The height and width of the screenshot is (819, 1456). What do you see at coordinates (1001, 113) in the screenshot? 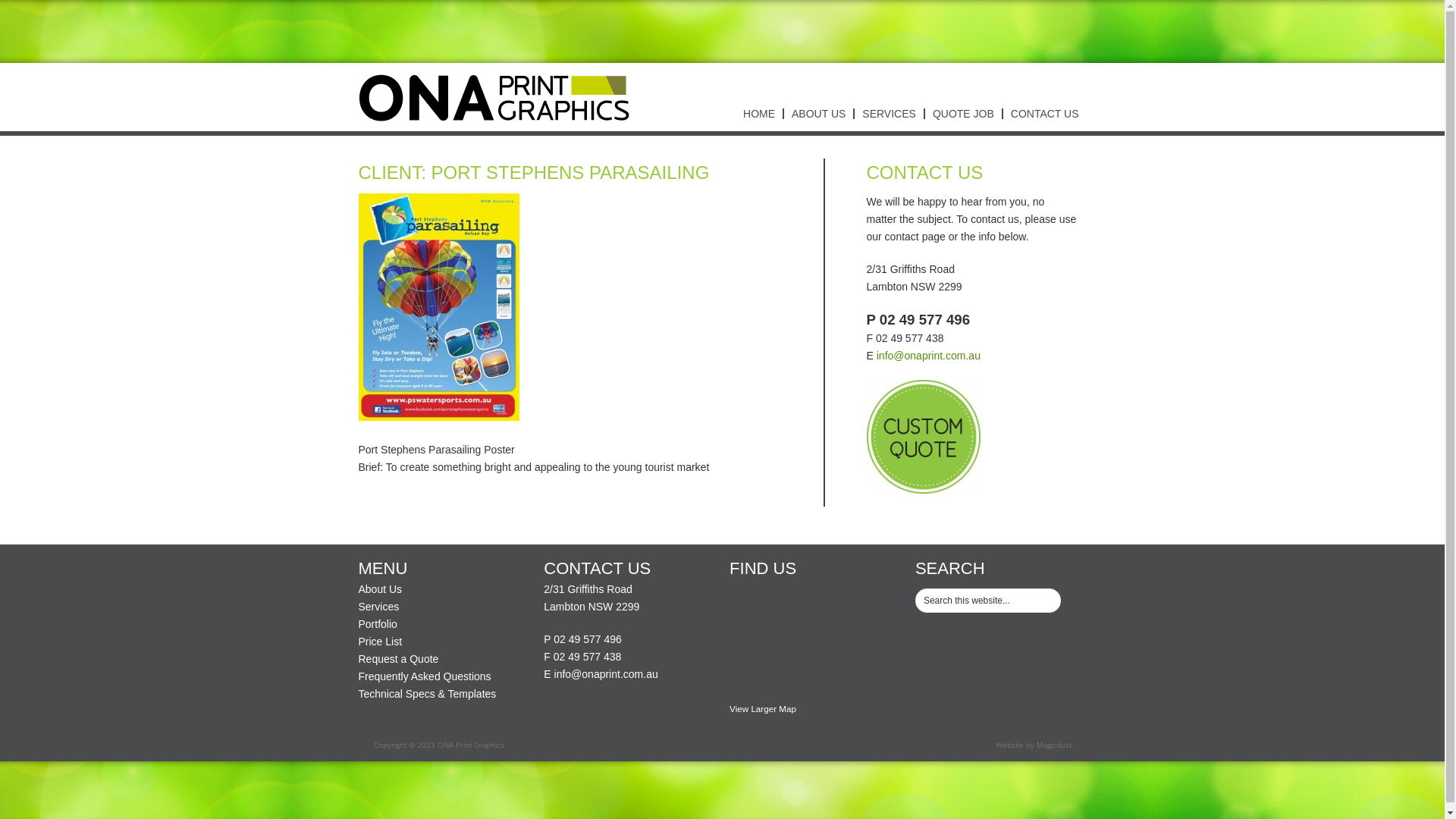
I see `'CONTACT US'` at bounding box center [1001, 113].